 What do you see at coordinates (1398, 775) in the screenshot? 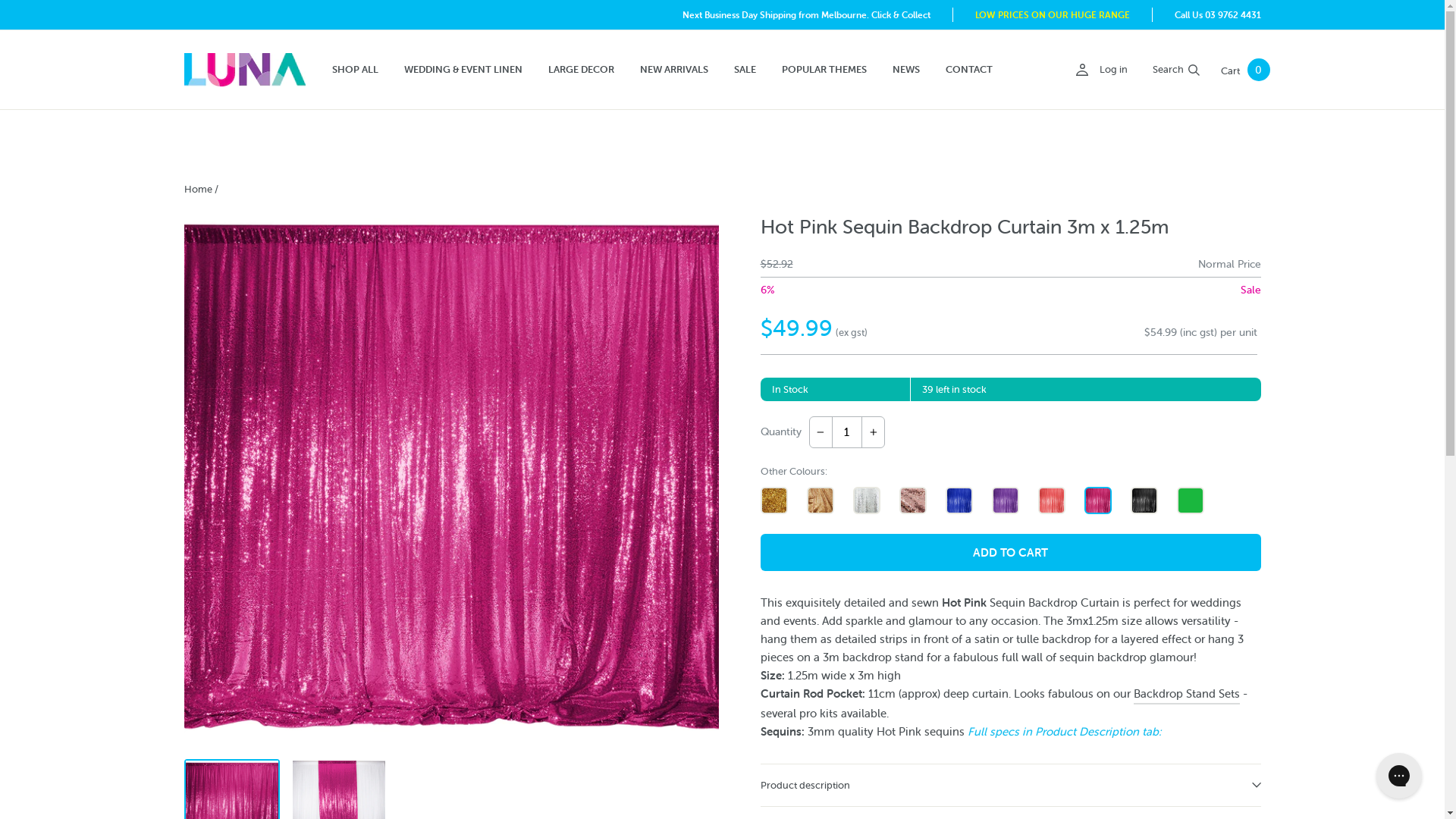
I see `'Gorgias live chat messenger'` at bounding box center [1398, 775].